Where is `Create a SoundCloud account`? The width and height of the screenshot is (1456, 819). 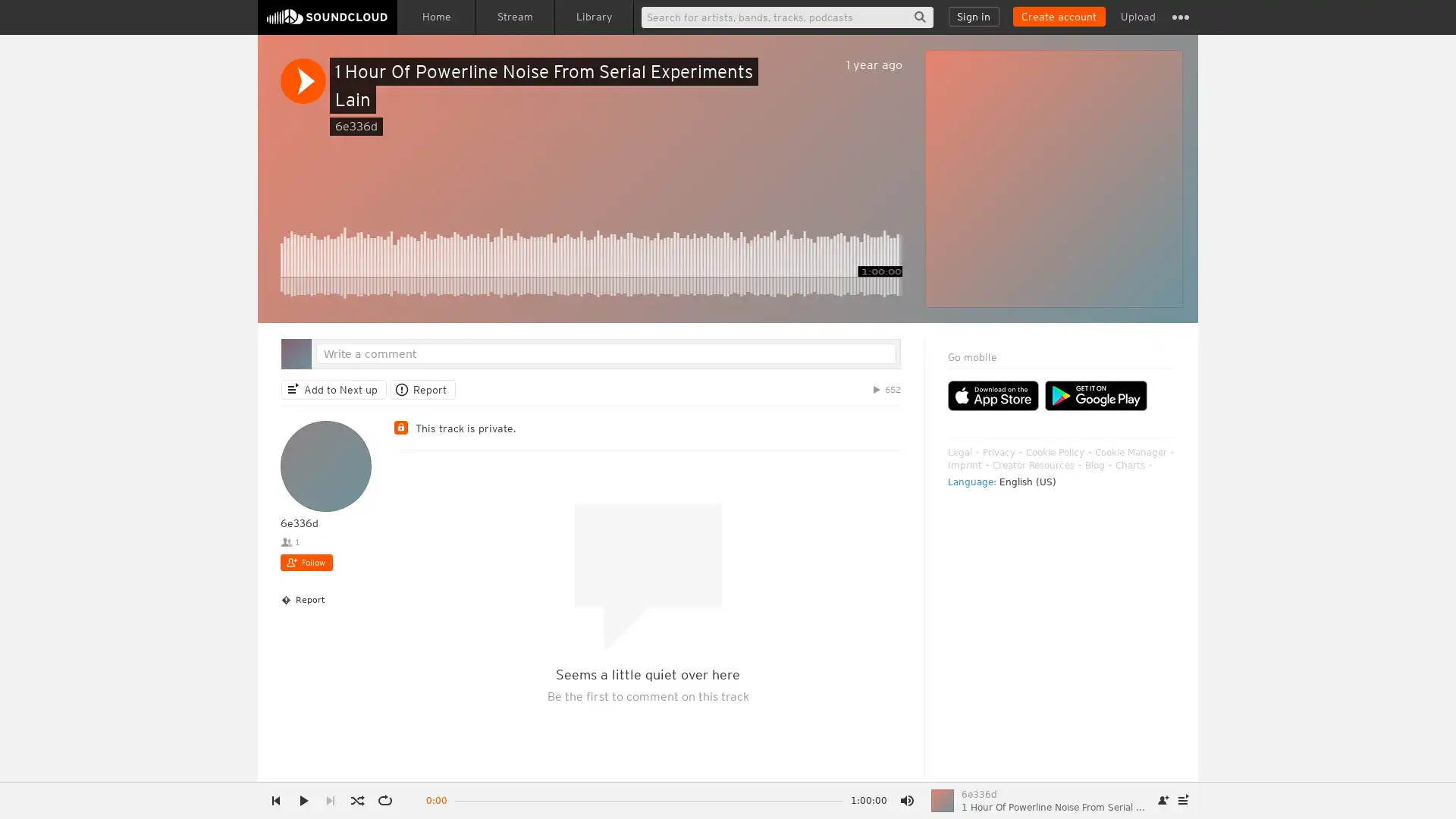 Create a SoundCloud account is located at coordinates (1058, 17).